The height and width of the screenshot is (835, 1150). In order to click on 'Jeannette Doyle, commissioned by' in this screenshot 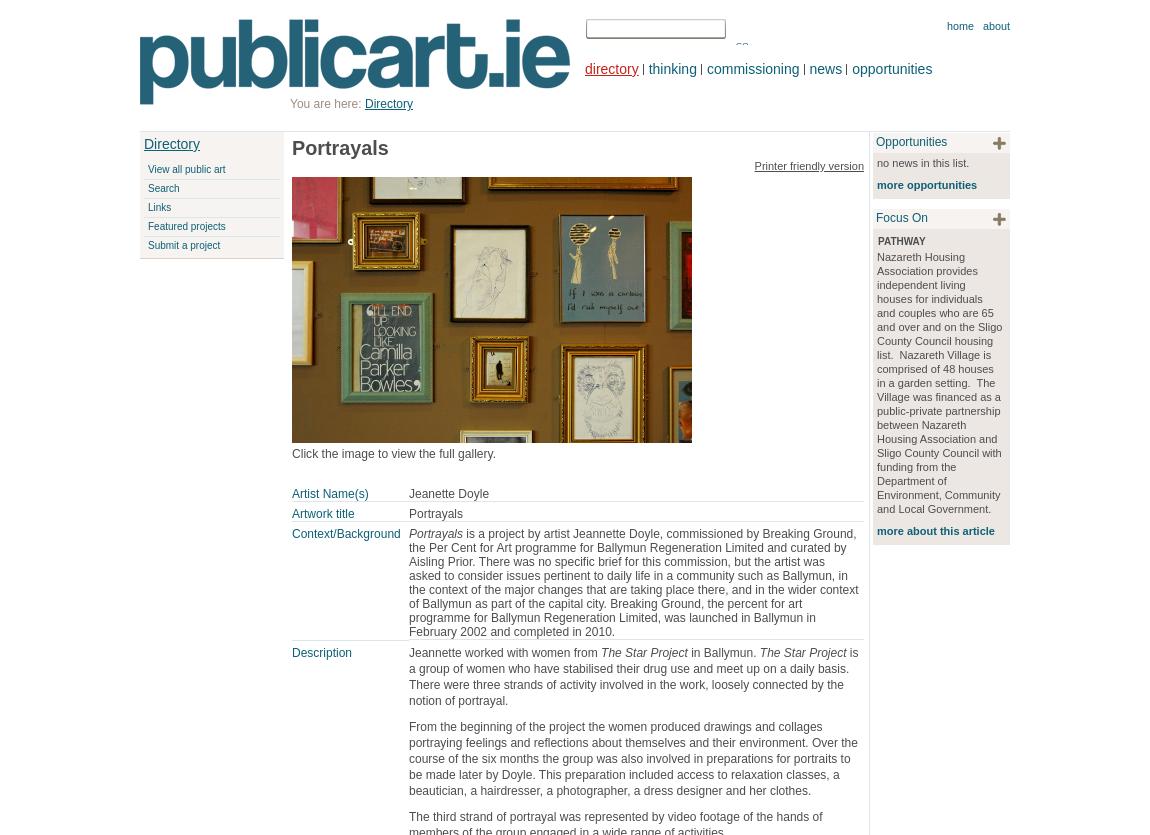, I will do `click(666, 533)`.